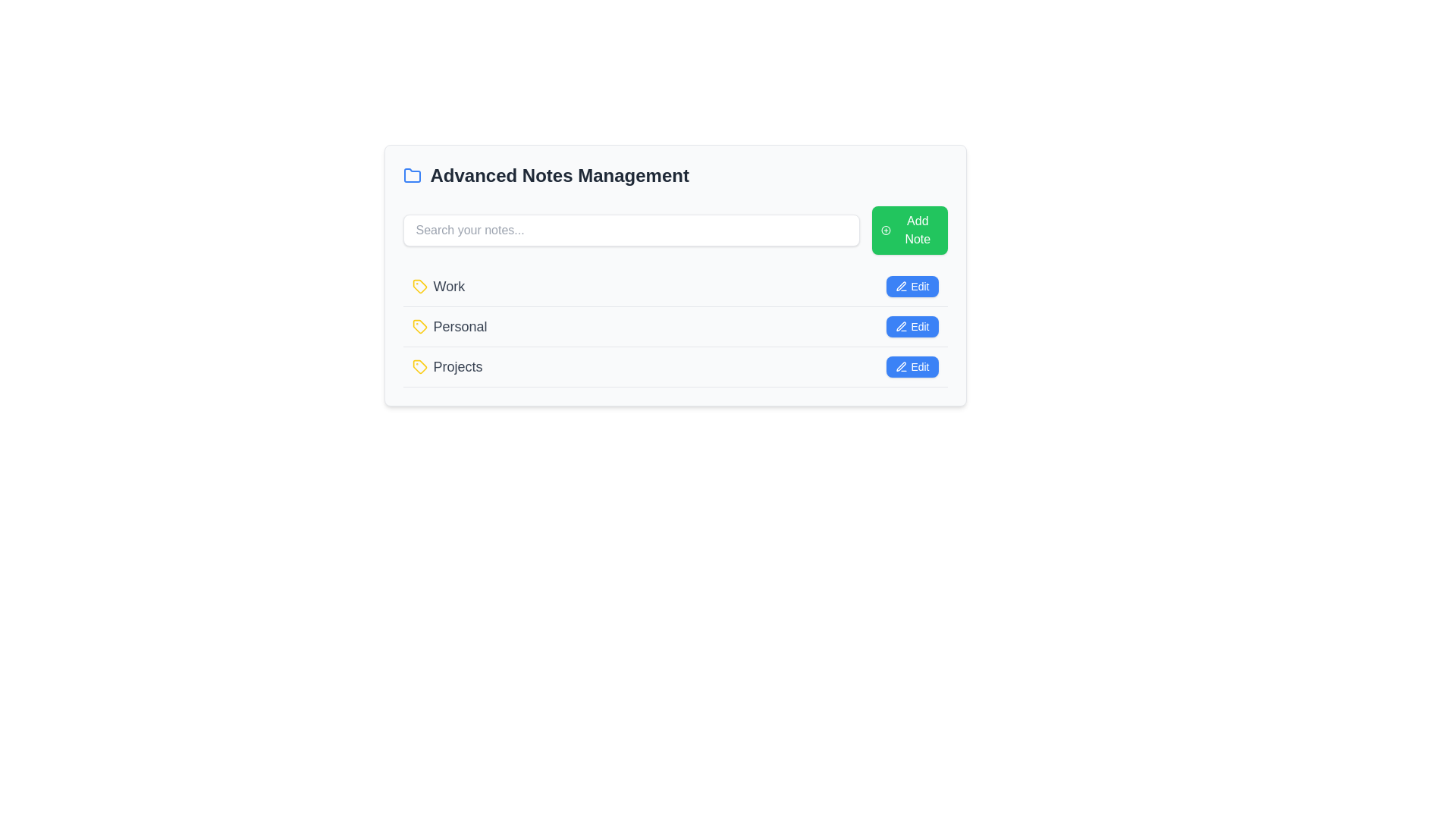  I want to click on small SVG icon representing a 'pen and line' design, which is part of the 'Edit' button located on the right side of the 'Projects' row, so click(902, 366).